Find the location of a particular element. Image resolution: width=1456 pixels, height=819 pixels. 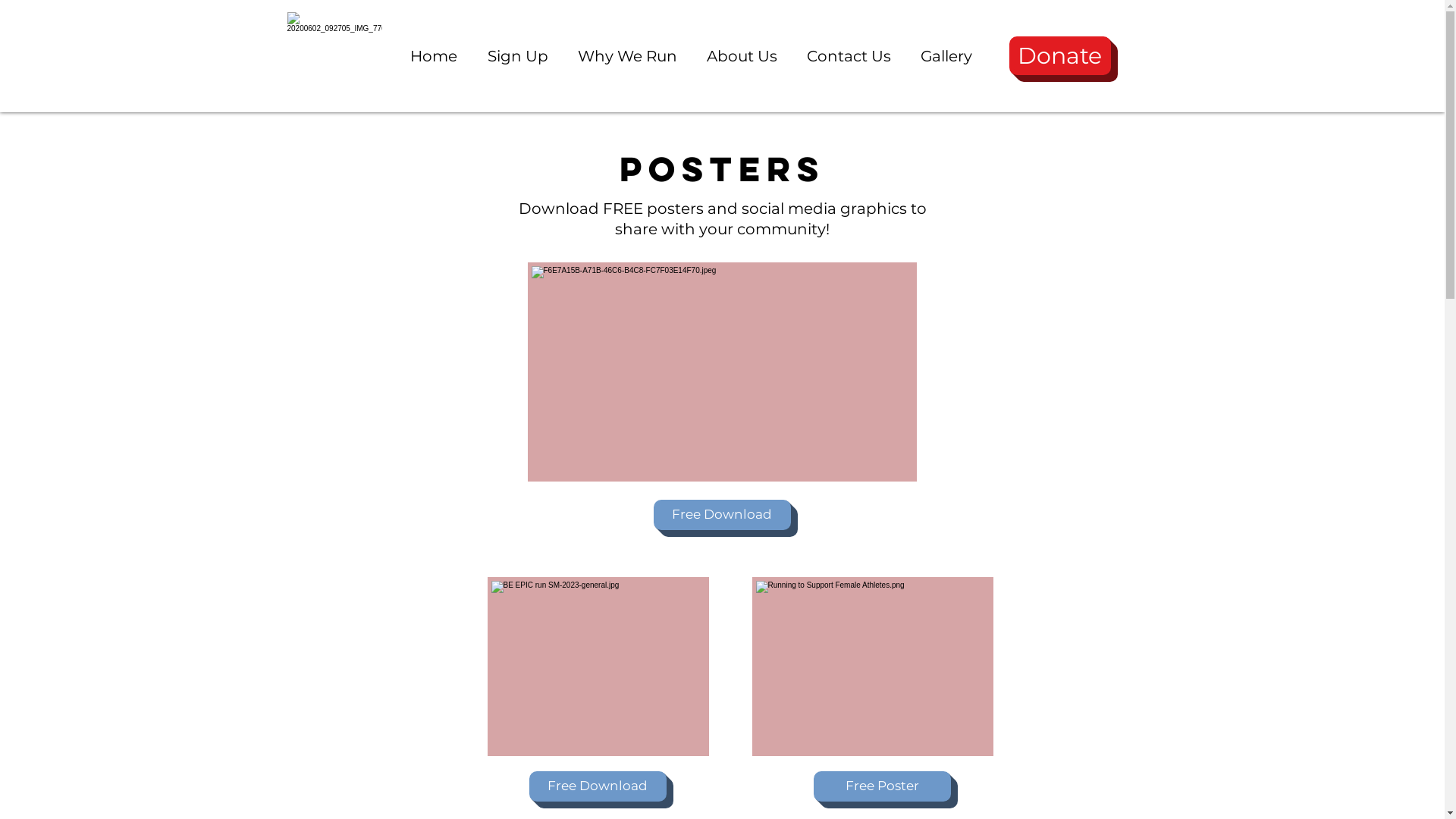

'Free Poster' is located at coordinates (881, 786).